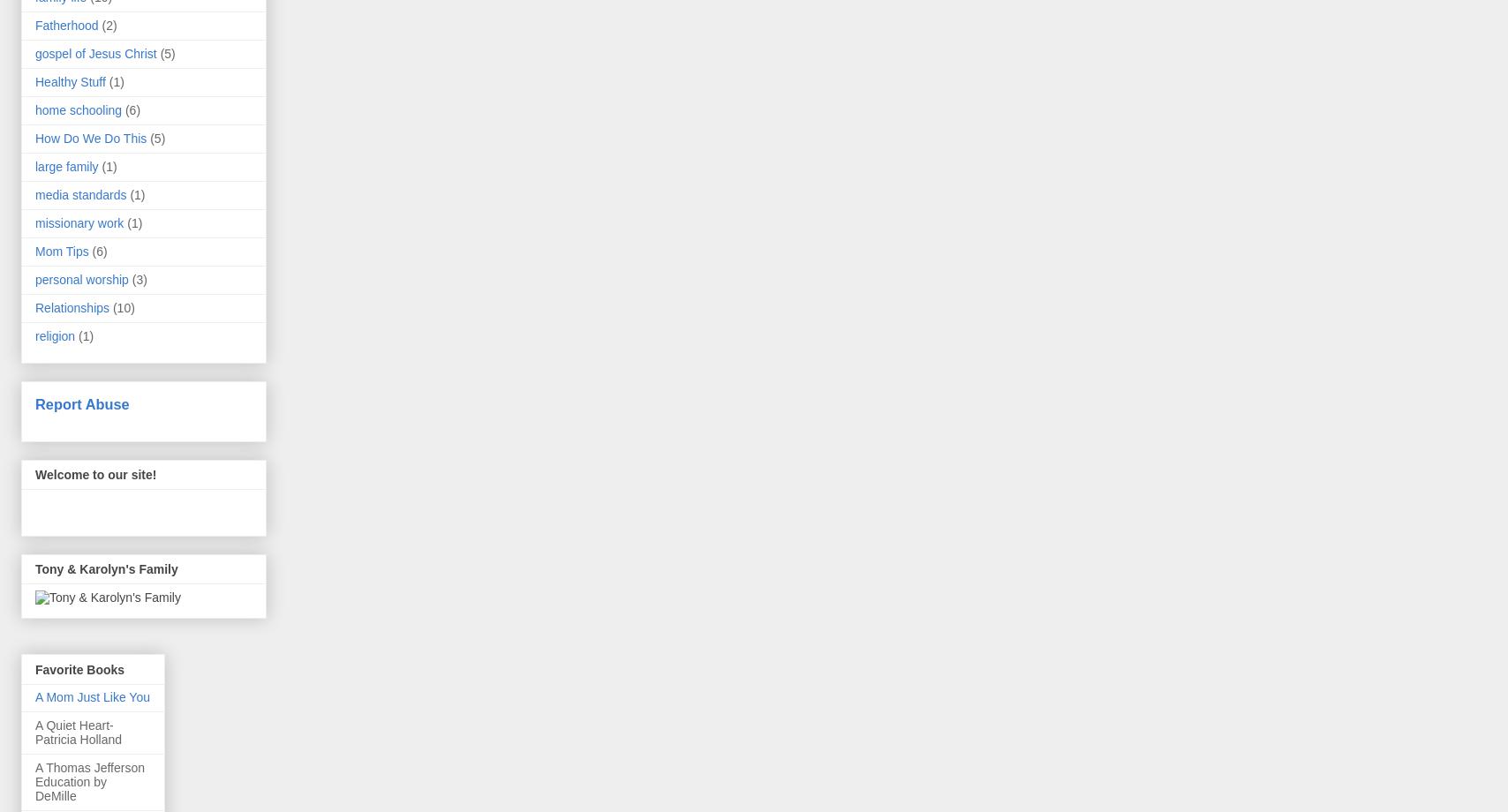 The height and width of the screenshot is (812, 1508). Describe the element at coordinates (131, 279) in the screenshot. I see `'(3)'` at that location.